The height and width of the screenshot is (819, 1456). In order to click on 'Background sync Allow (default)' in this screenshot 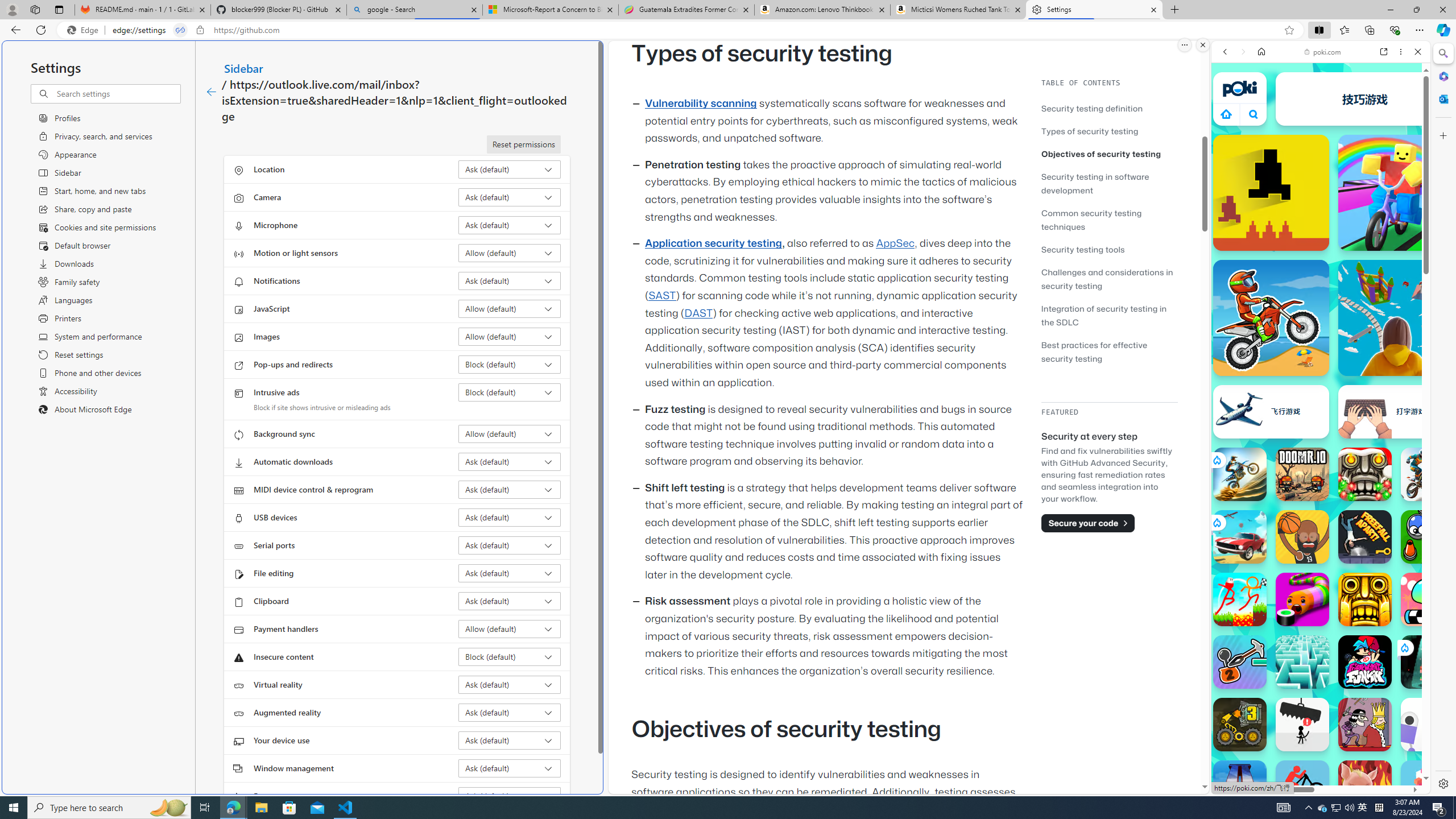, I will do `click(510, 433)`.